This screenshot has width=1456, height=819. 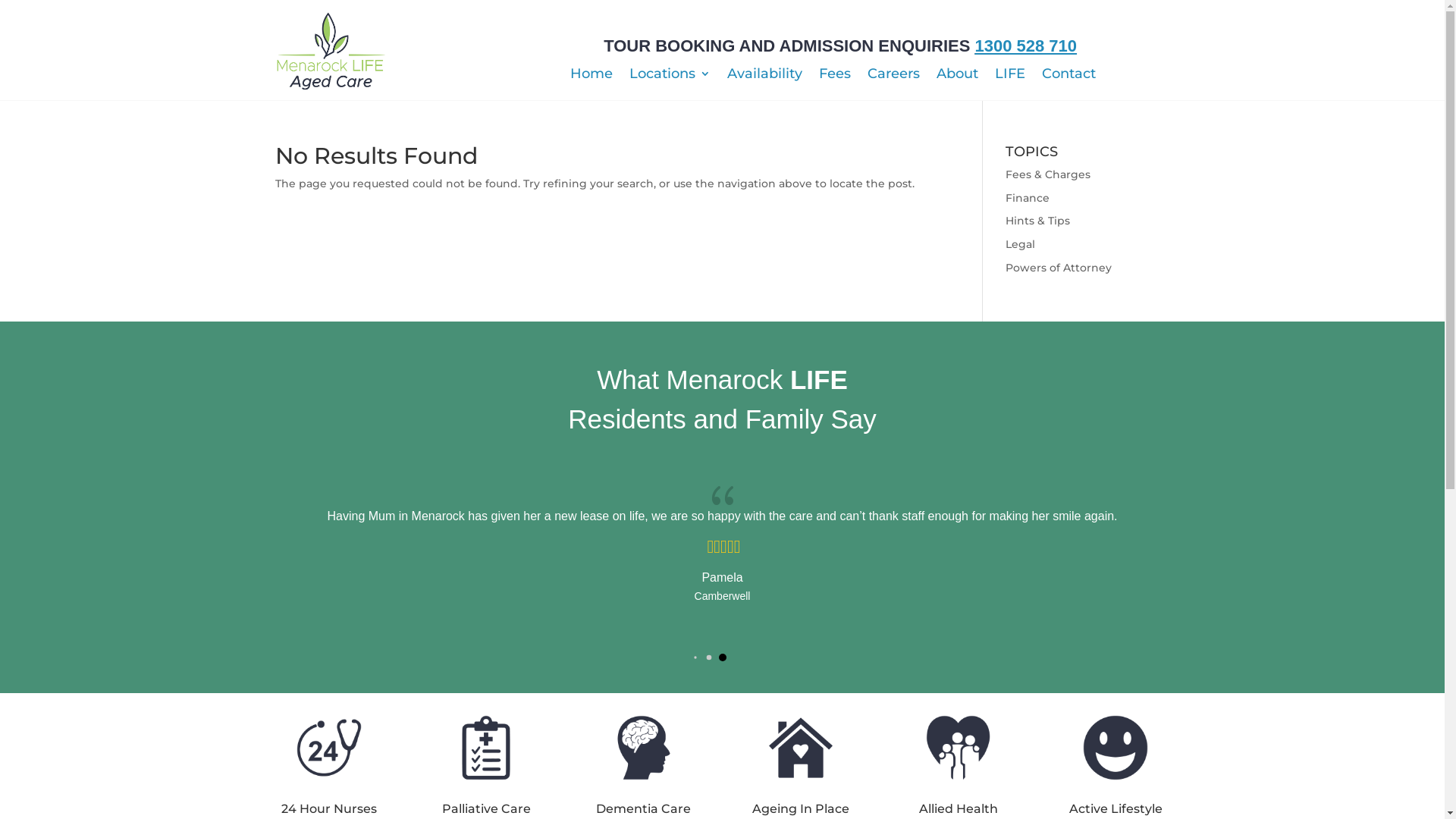 What do you see at coordinates (1010, 76) in the screenshot?
I see `'LIFE'` at bounding box center [1010, 76].